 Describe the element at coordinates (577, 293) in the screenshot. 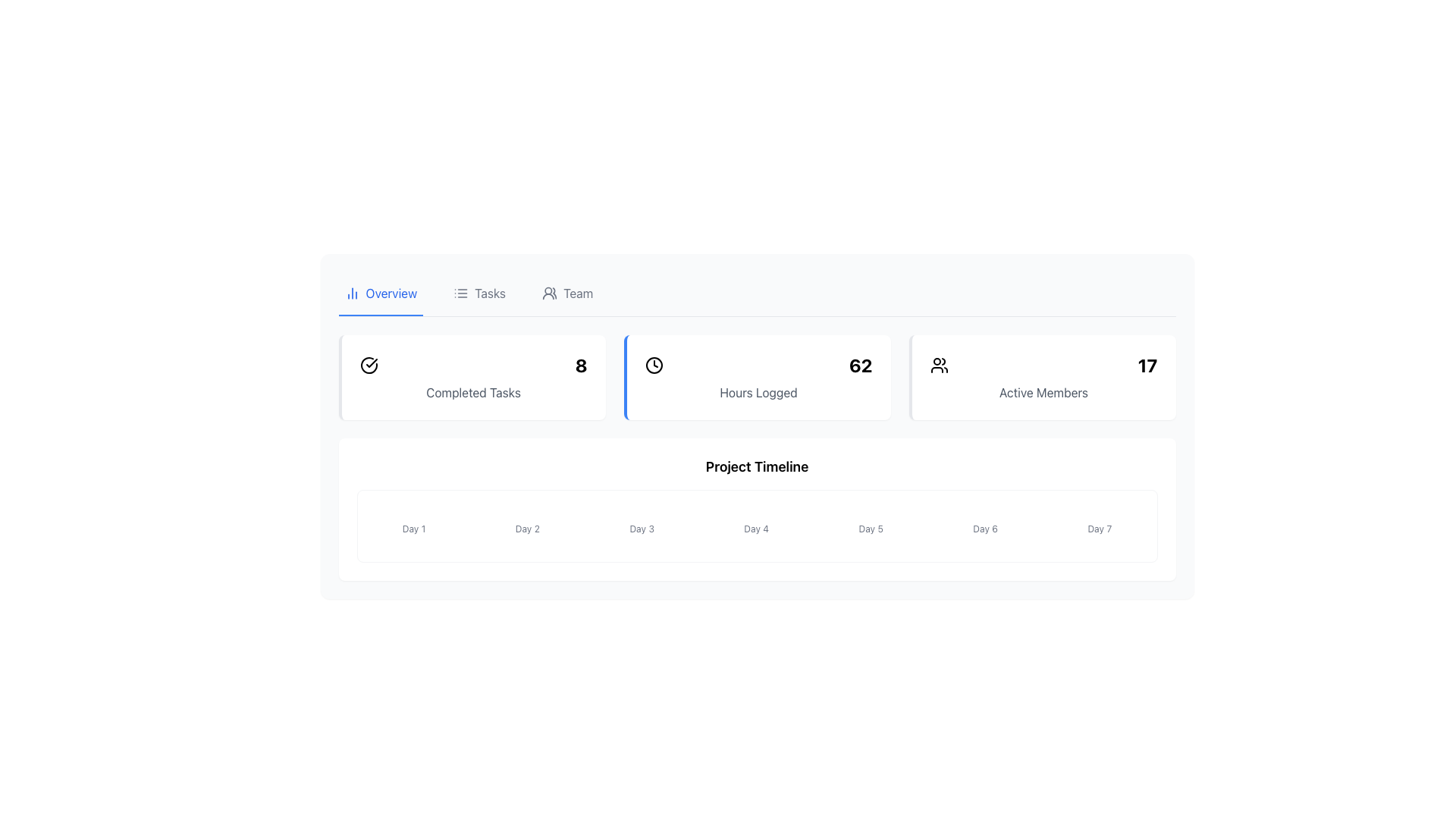

I see `'Team' label located in the top navigation bar, adjacent to the 'Tasks' label and a group icon` at that location.